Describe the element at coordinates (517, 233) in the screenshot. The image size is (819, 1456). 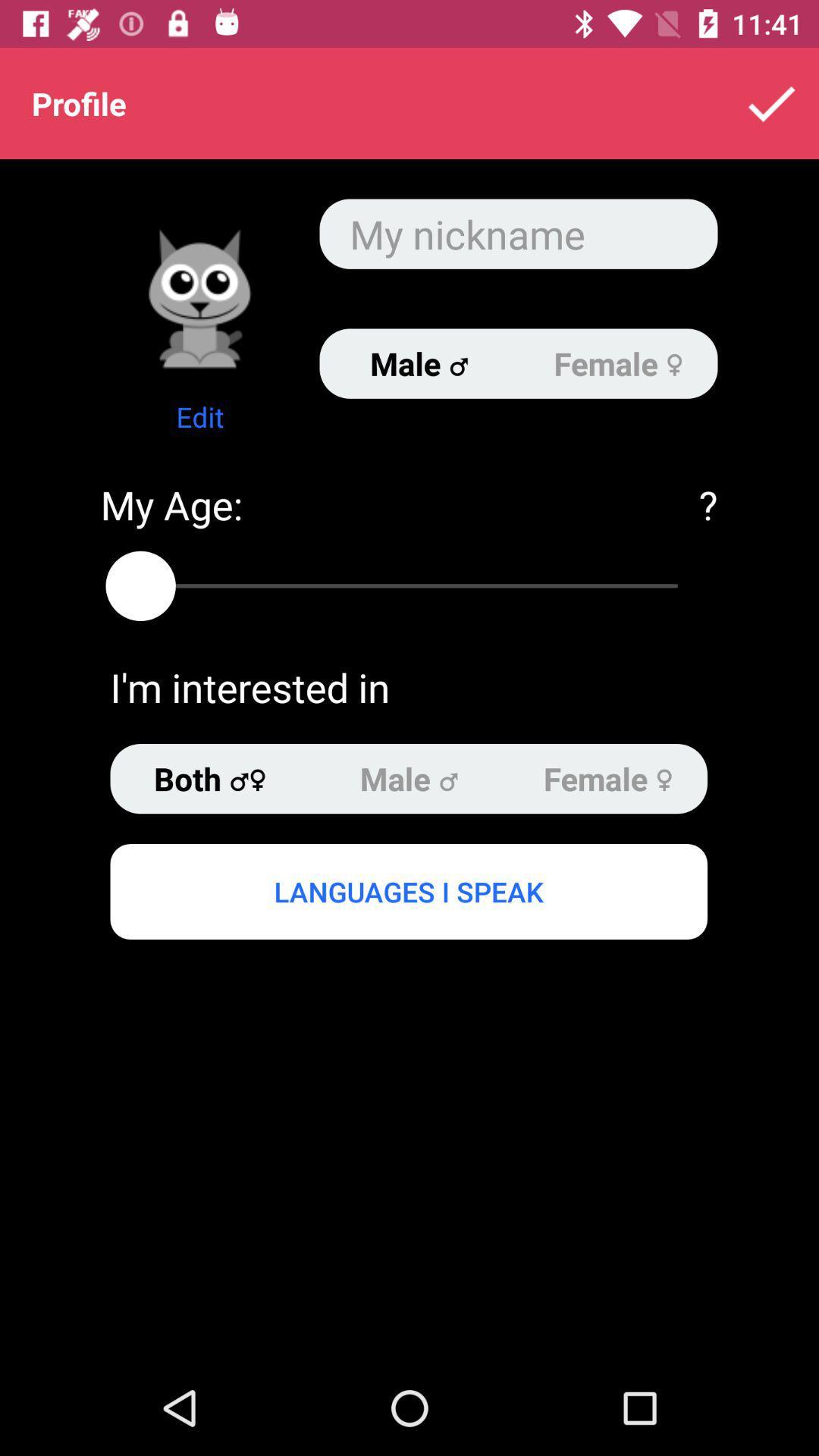
I see `nickname` at that location.